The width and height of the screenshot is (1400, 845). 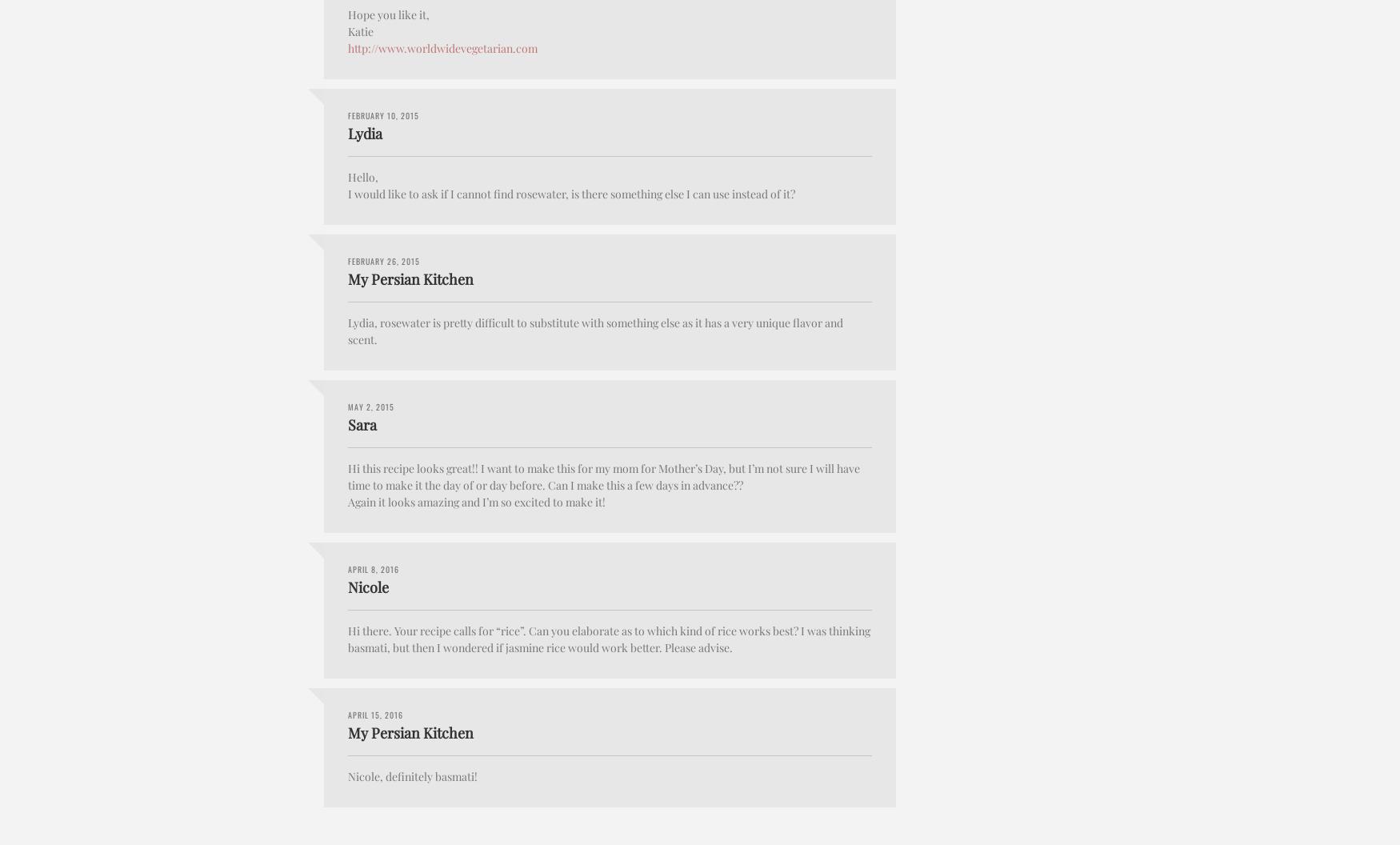 What do you see at coordinates (365, 133) in the screenshot?
I see `'Lydia'` at bounding box center [365, 133].